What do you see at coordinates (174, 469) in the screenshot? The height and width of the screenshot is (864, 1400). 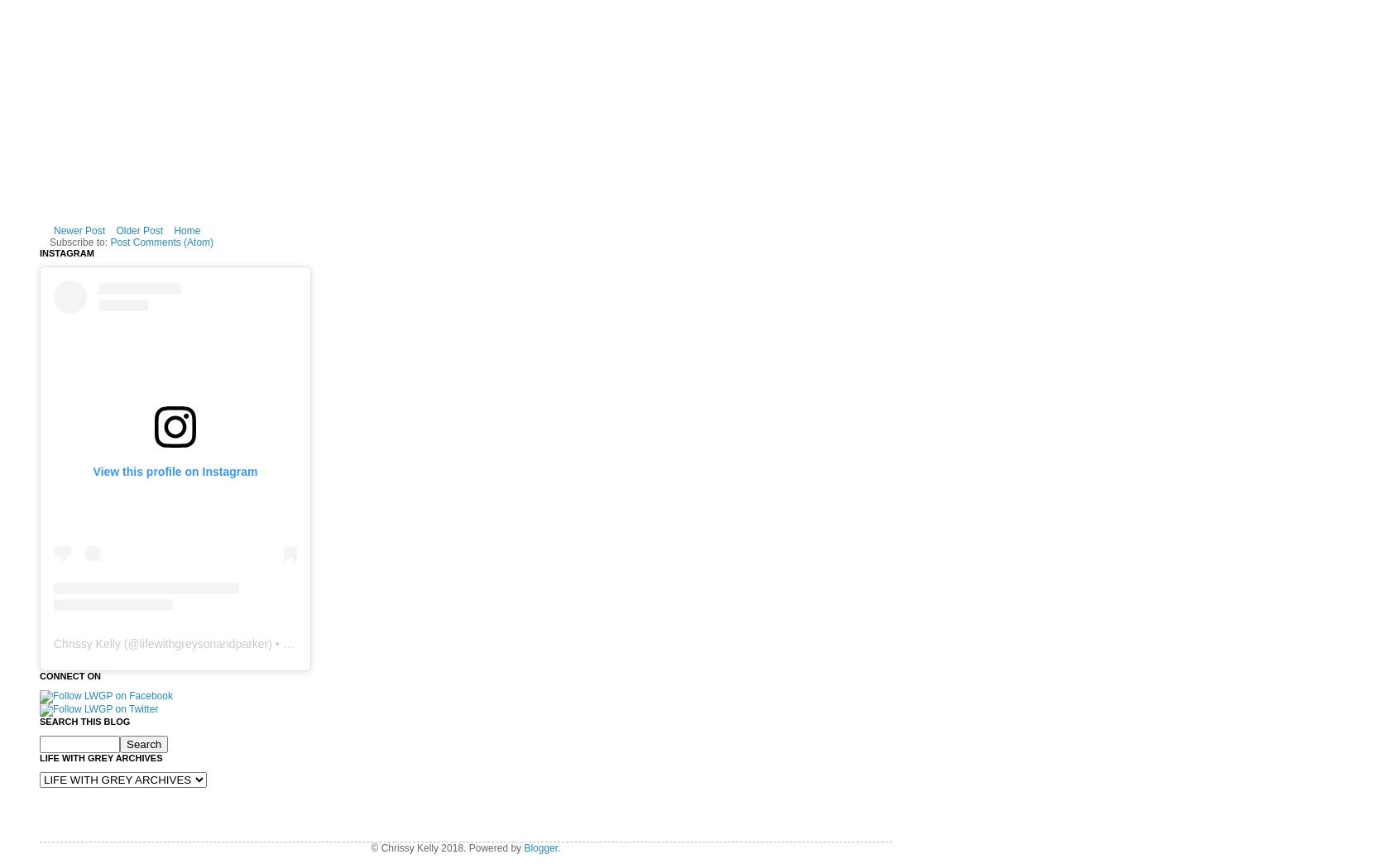 I see `'View this profile on Instagram'` at bounding box center [174, 469].